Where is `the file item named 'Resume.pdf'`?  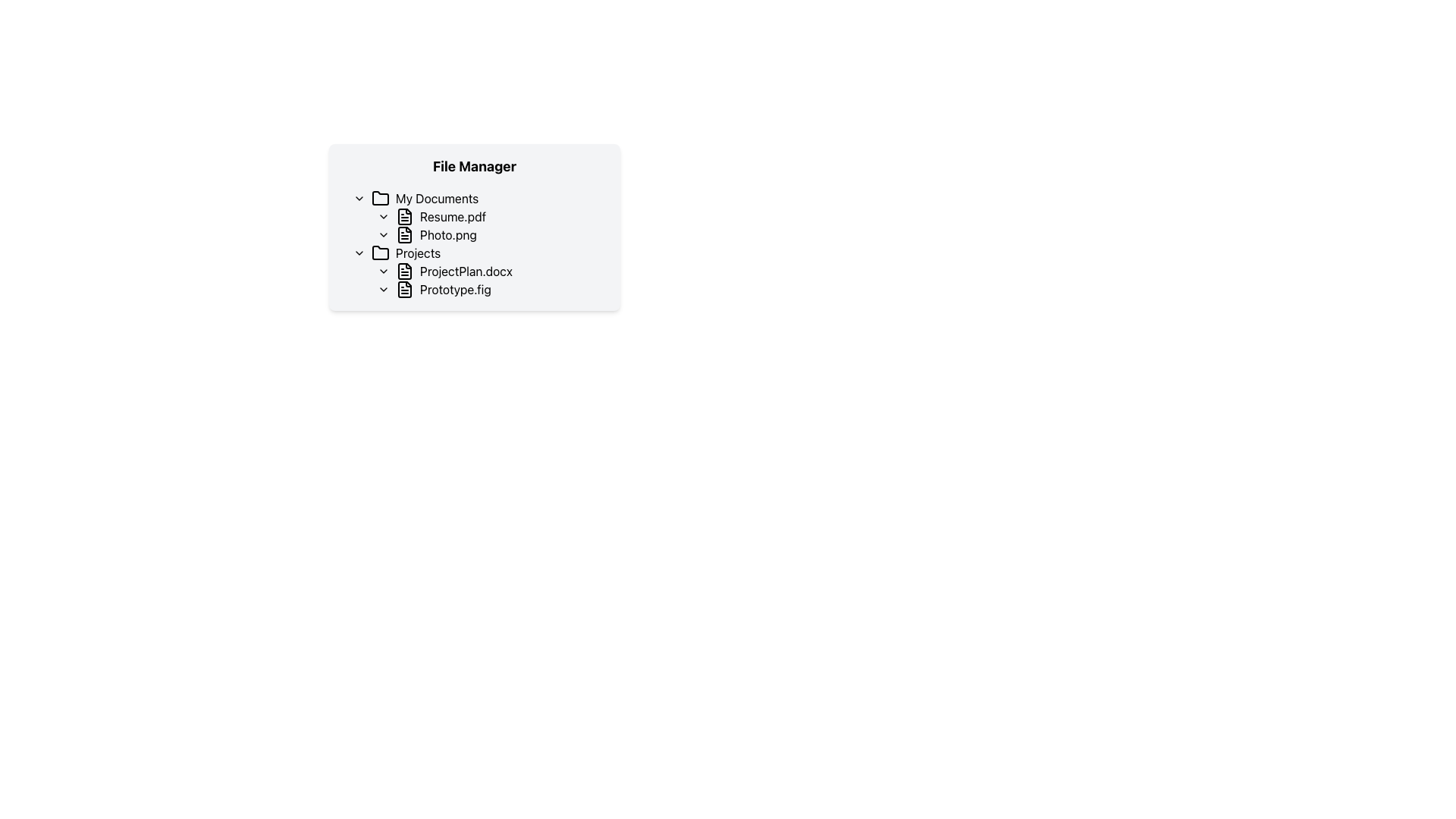
the file item named 'Resume.pdf' is located at coordinates (479, 216).